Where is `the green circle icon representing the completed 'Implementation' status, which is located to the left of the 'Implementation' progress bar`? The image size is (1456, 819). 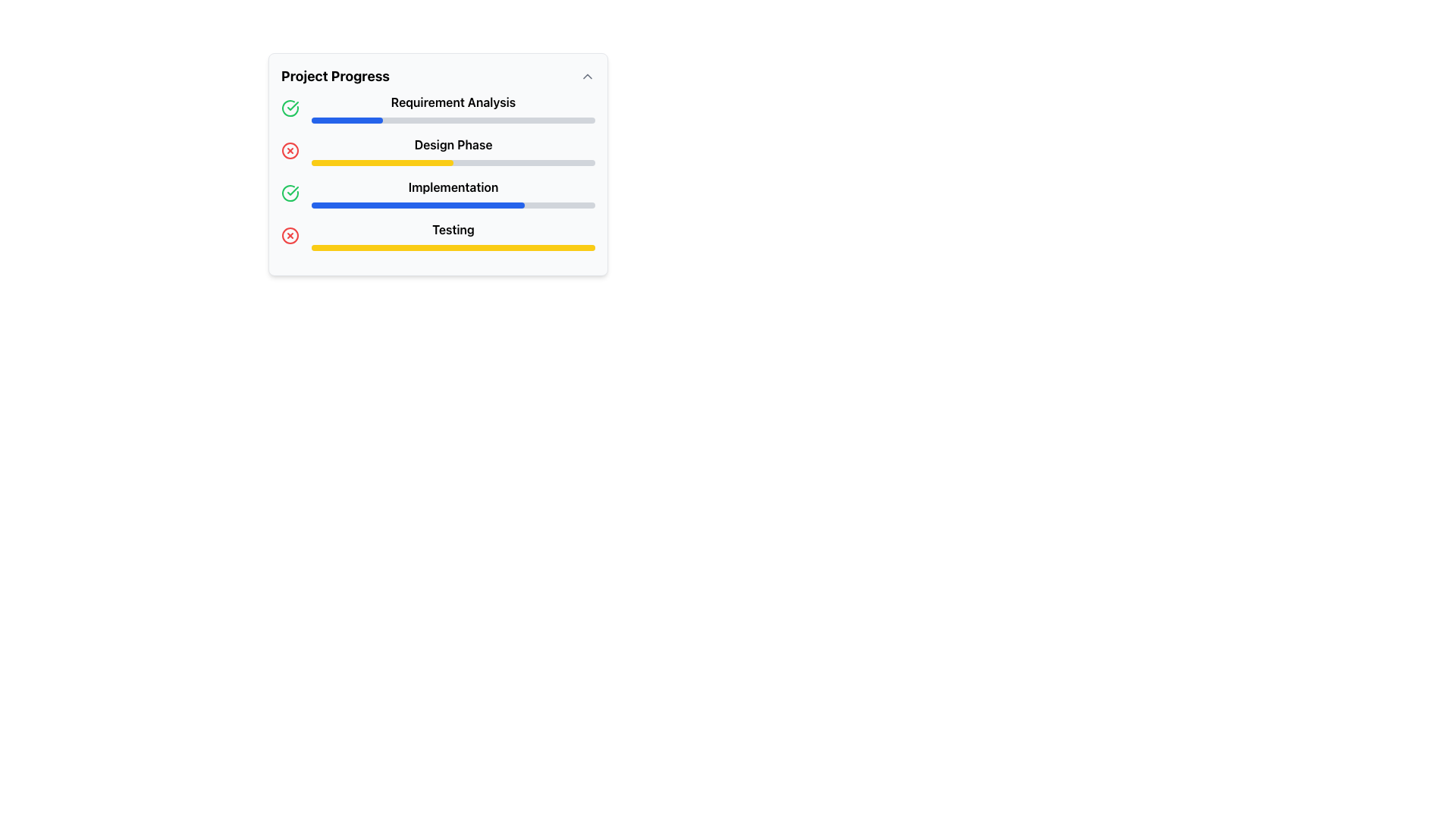
the green circle icon representing the completed 'Implementation' status, which is located to the left of the 'Implementation' progress bar is located at coordinates (290, 107).